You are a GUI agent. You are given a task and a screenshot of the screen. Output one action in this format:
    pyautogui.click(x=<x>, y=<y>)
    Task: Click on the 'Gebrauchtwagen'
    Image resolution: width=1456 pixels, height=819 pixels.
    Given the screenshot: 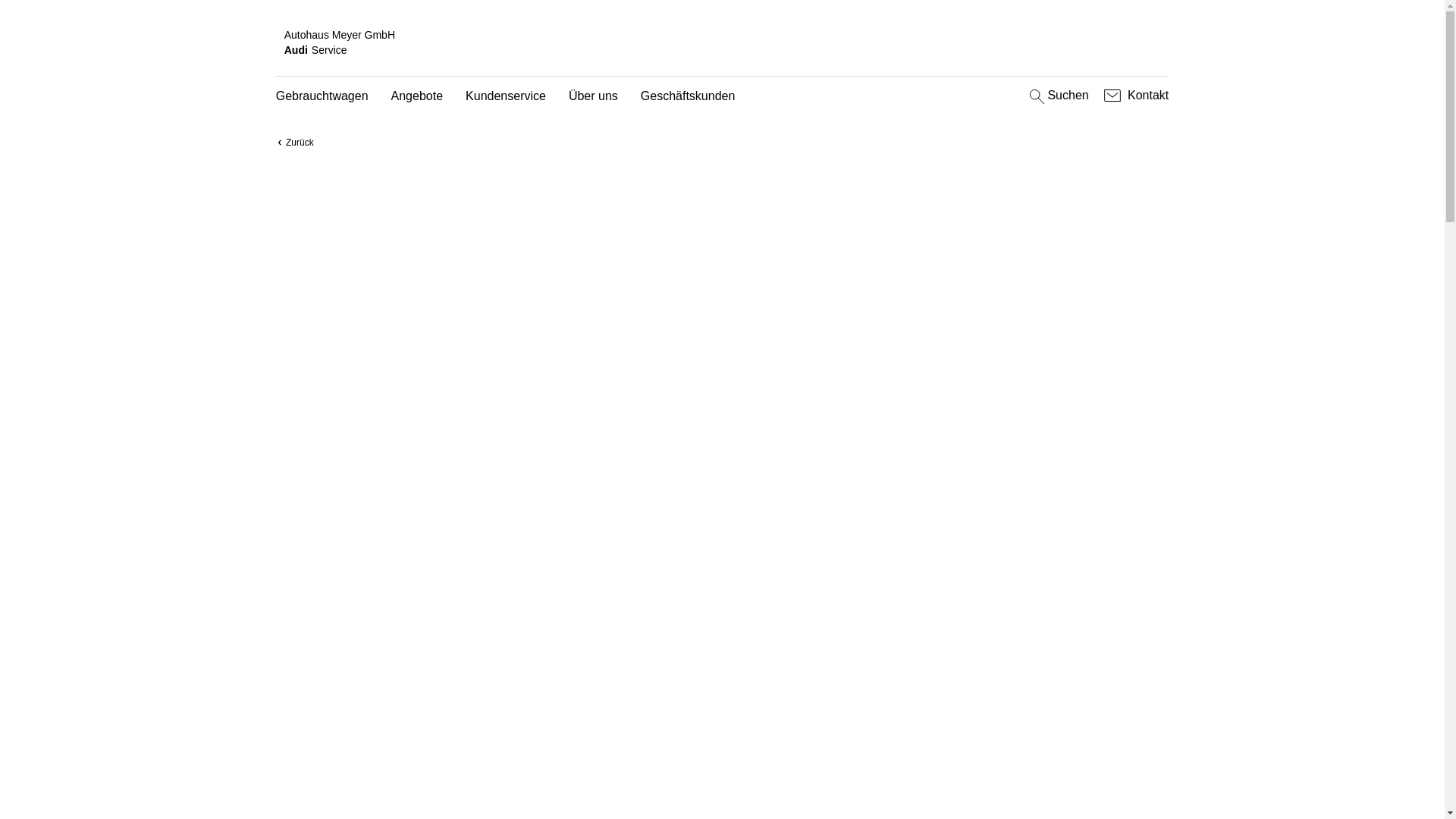 What is the action you would take?
    pyautogui.click(x=322, y=96)
    